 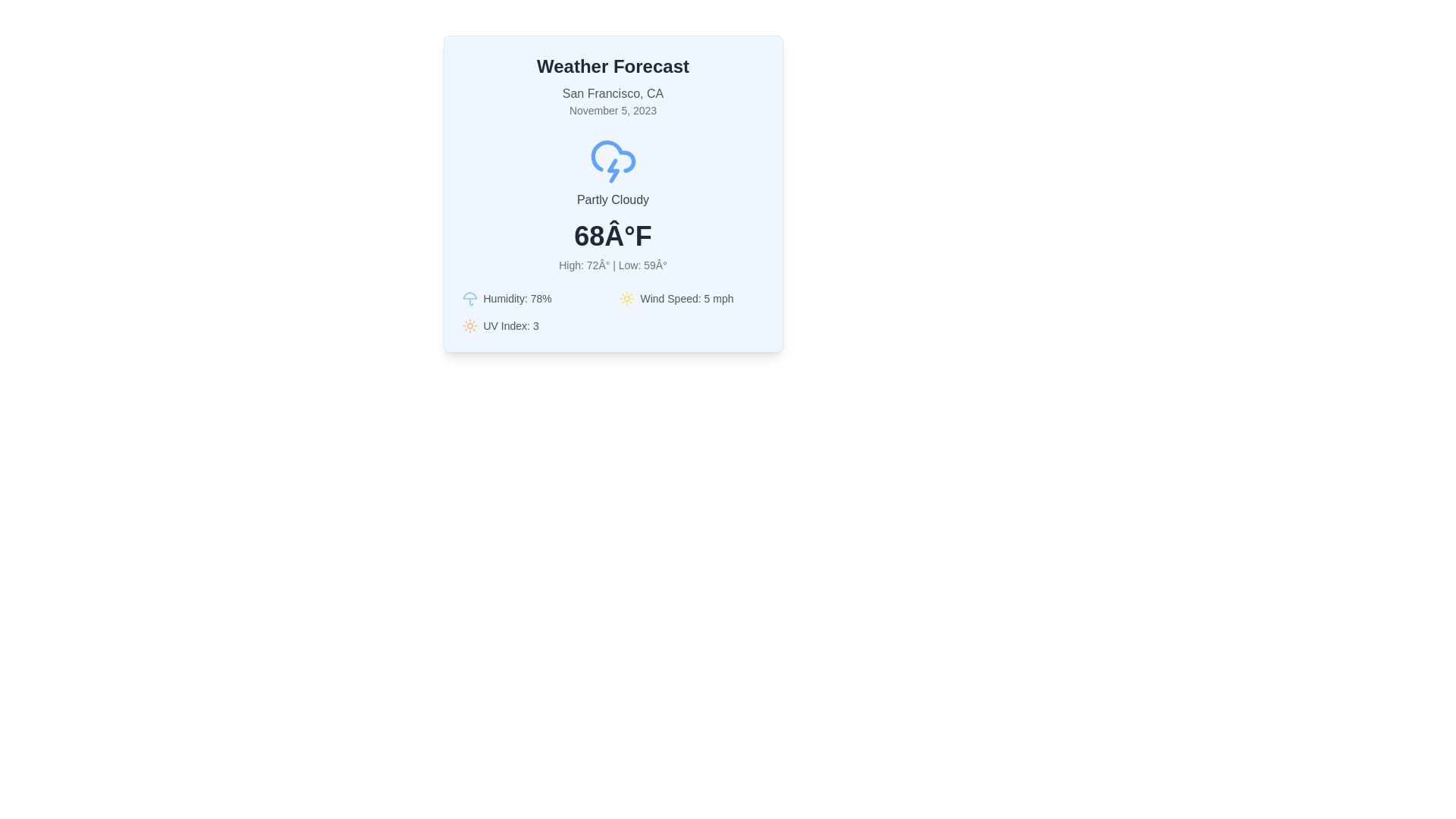 What do you see at coordinates (686, 298) in the screenshot?
I see `the static text display showing 'Wind Speed: 5 mph', located at the bottom-right region of the weather forecast card, to the right of the UV index information` at bounding box center [686, 298].